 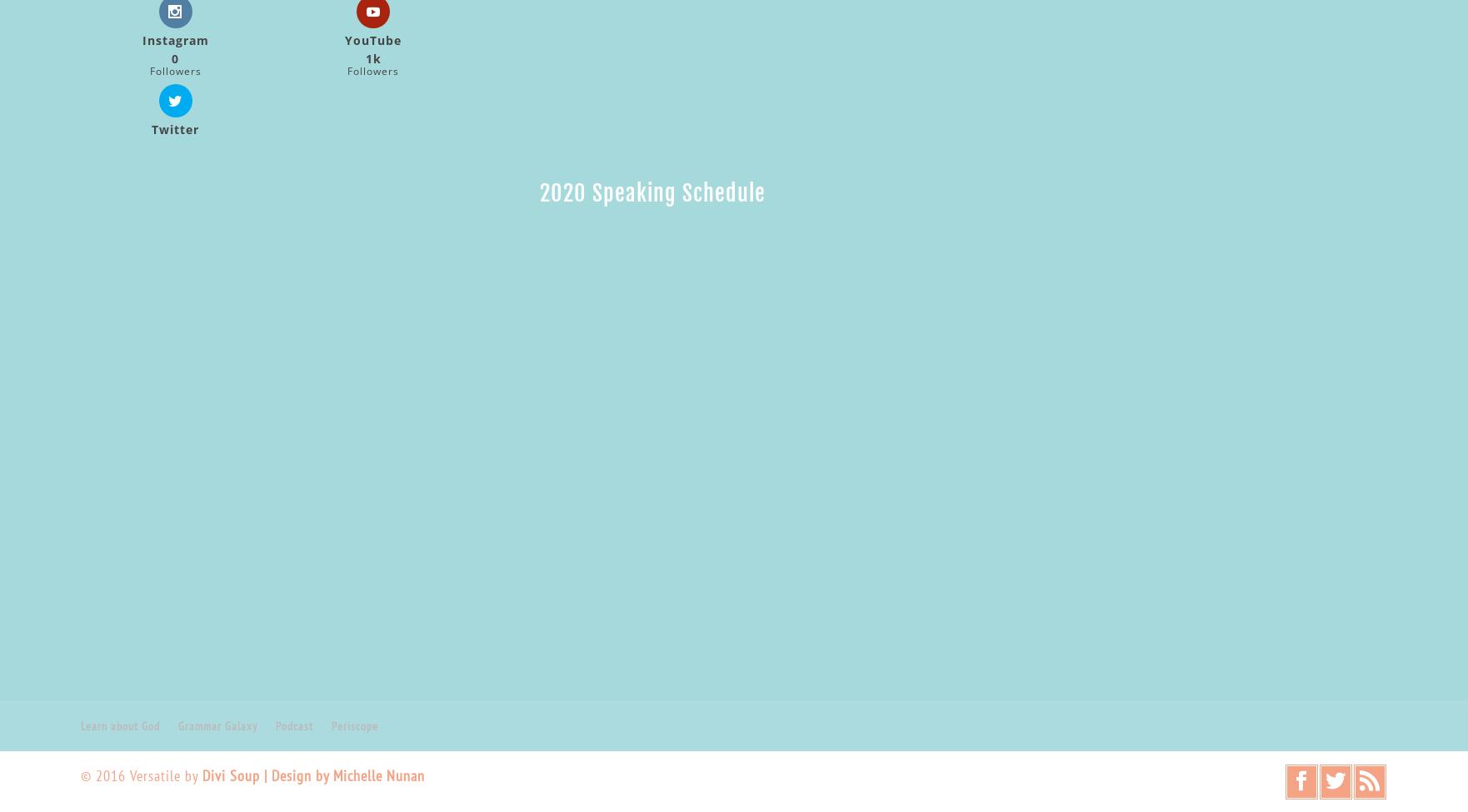 What do you see at coordinates (140, 775) in the screenshot?
I see `'© 2016 Versatile by'` at bounding box center [140, 775].